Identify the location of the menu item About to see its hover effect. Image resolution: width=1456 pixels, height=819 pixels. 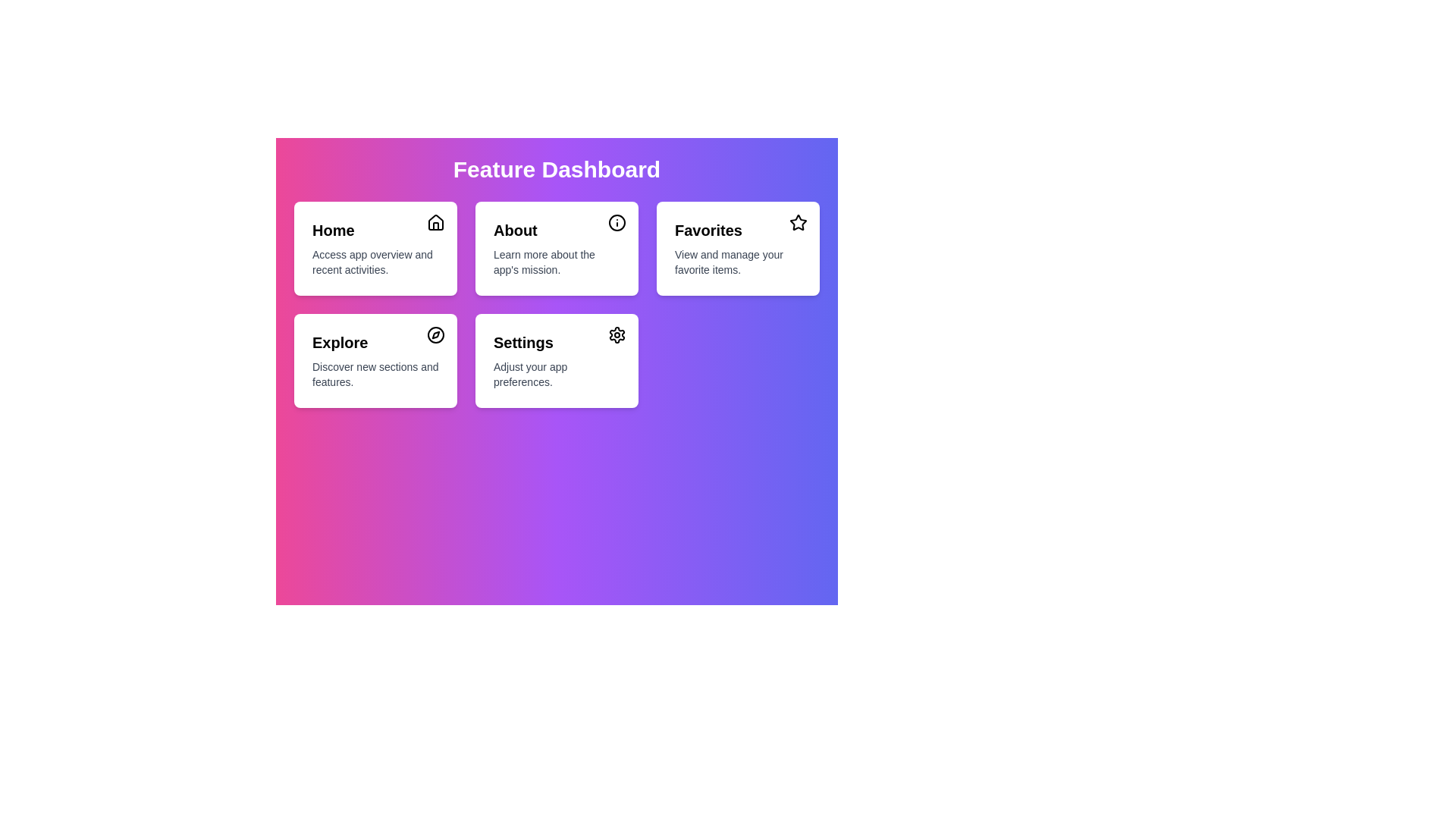
(556, 247).